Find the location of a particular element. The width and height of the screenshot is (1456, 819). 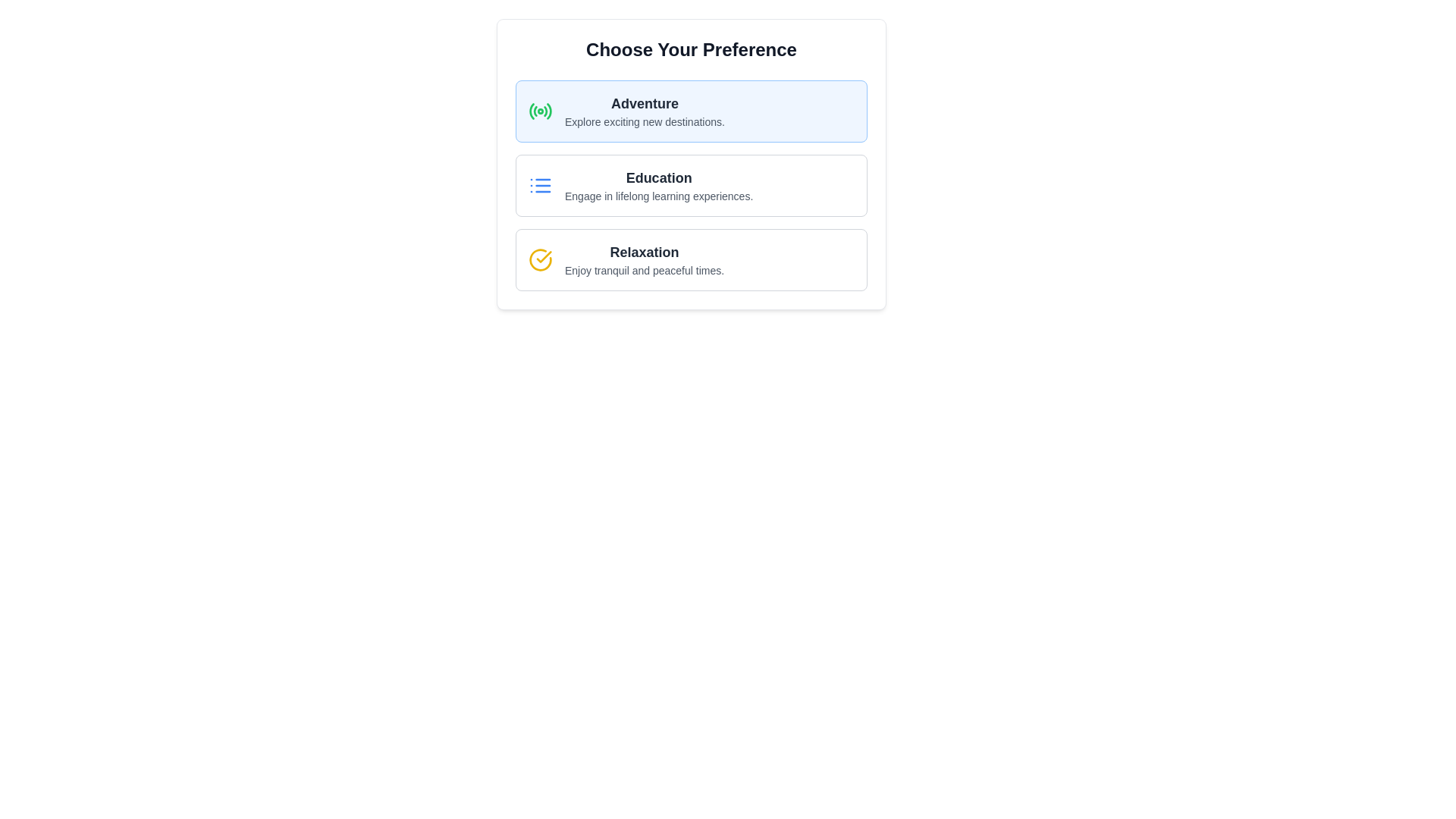

the multi-line text display containing 'Adventure' and 'Explore exciting new destinations' is located at coordinates (645, 110).